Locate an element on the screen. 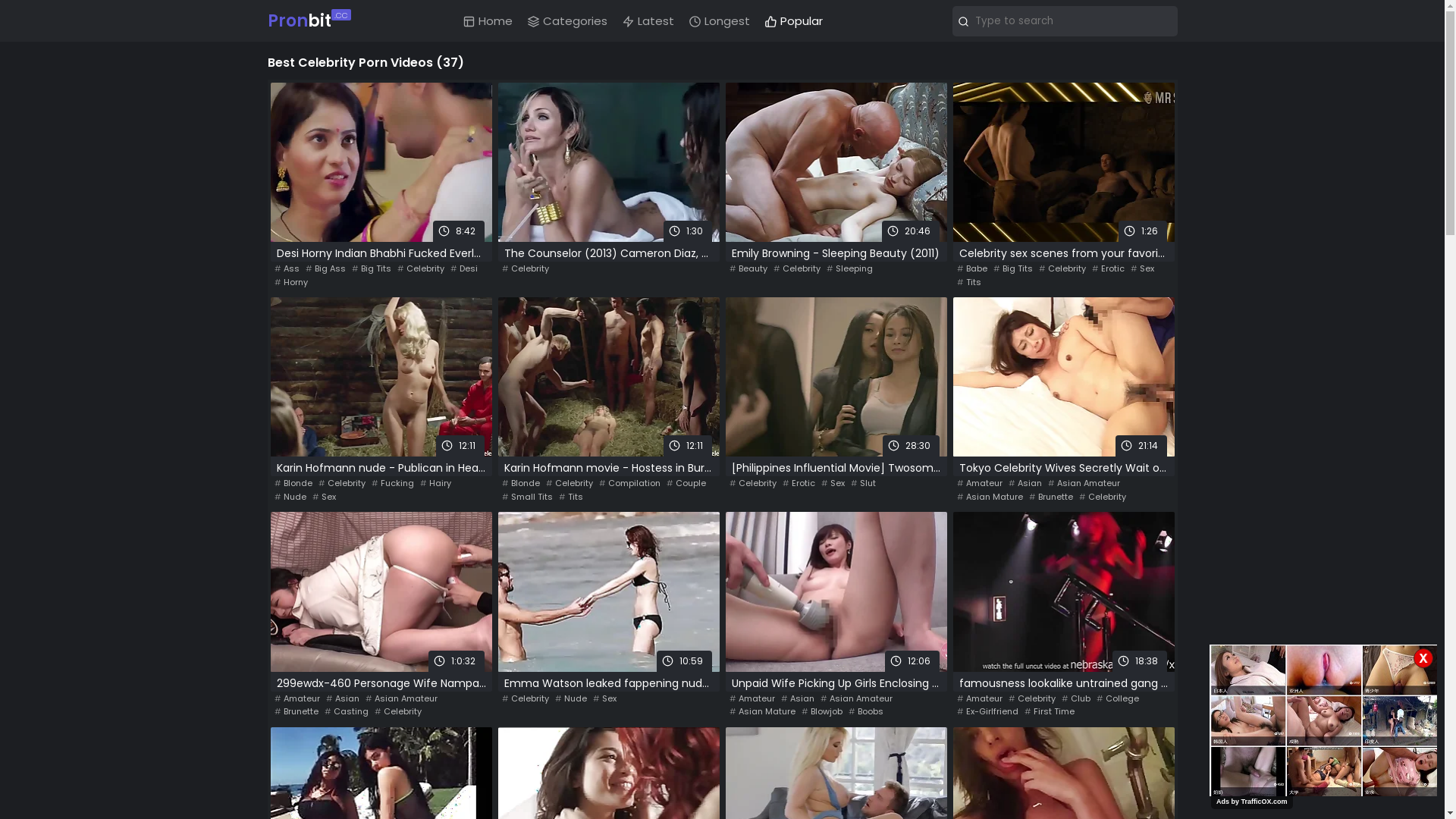  'Nude' is located at coordinates (570, 698).